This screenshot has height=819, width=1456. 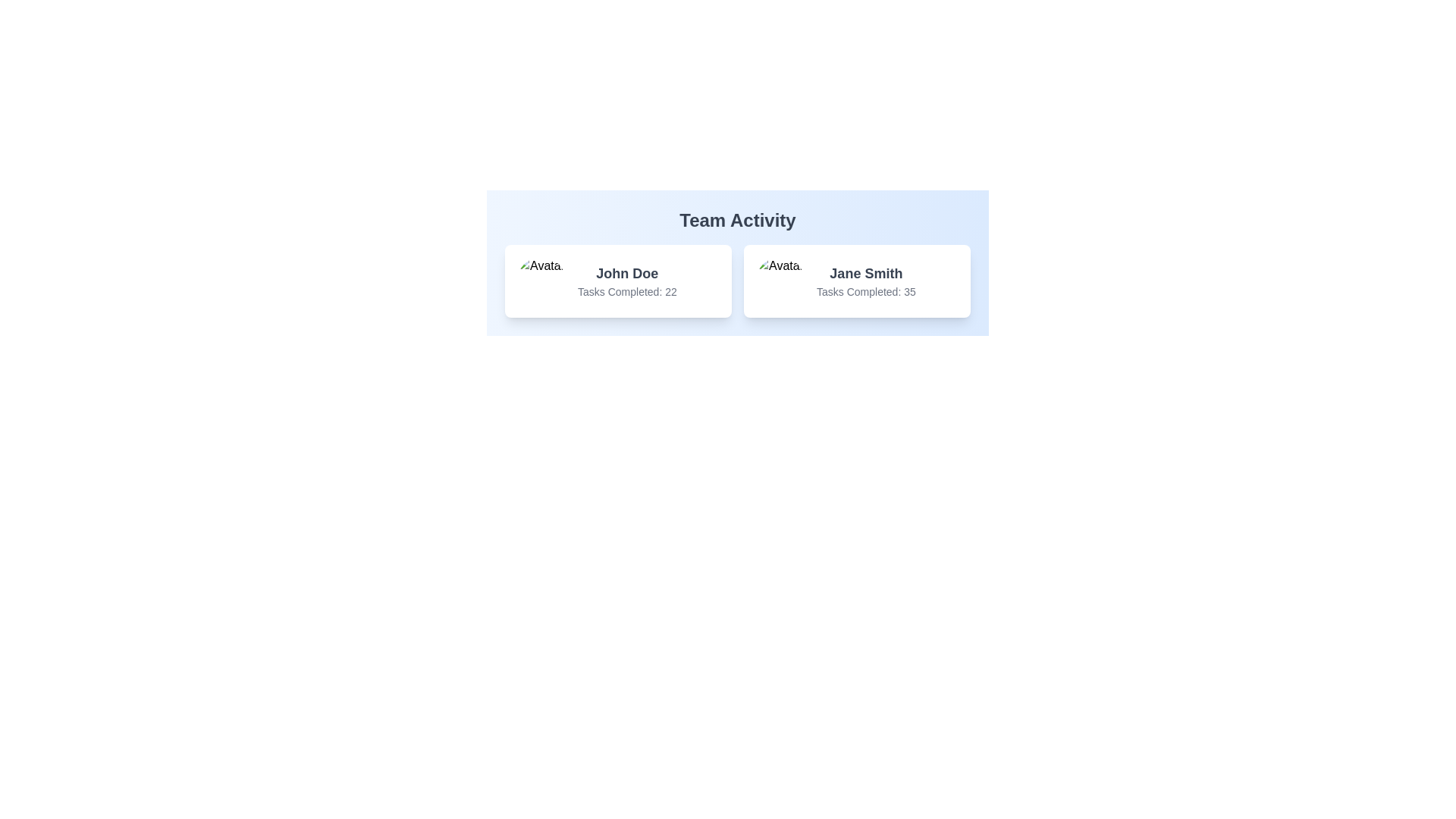 What do you see at coordinates (627, 292) in the screenshot?
I see `the text label displaying 'Tasks Completed: 22' which is located within a white card component below the name 'John Doe' in the 'Team Activity' section` at bounding box center [627, 292].